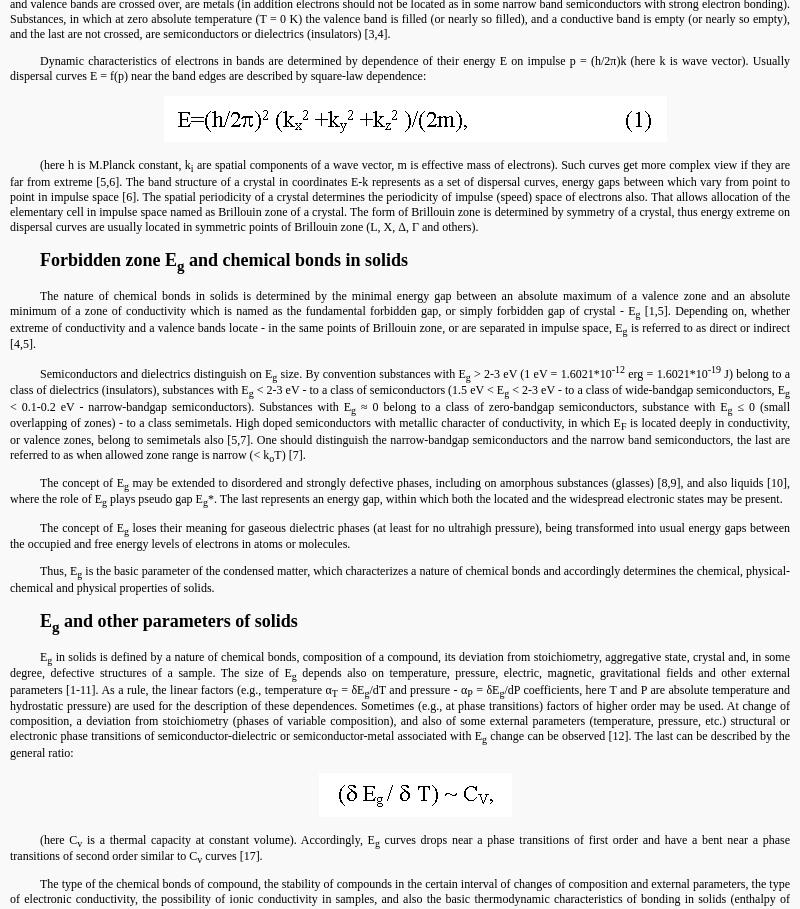 The width and height of the screenshot is (800, 909). Describe the element at coordinates (271, 458) in the screenshot. I see `'o'` at that location.